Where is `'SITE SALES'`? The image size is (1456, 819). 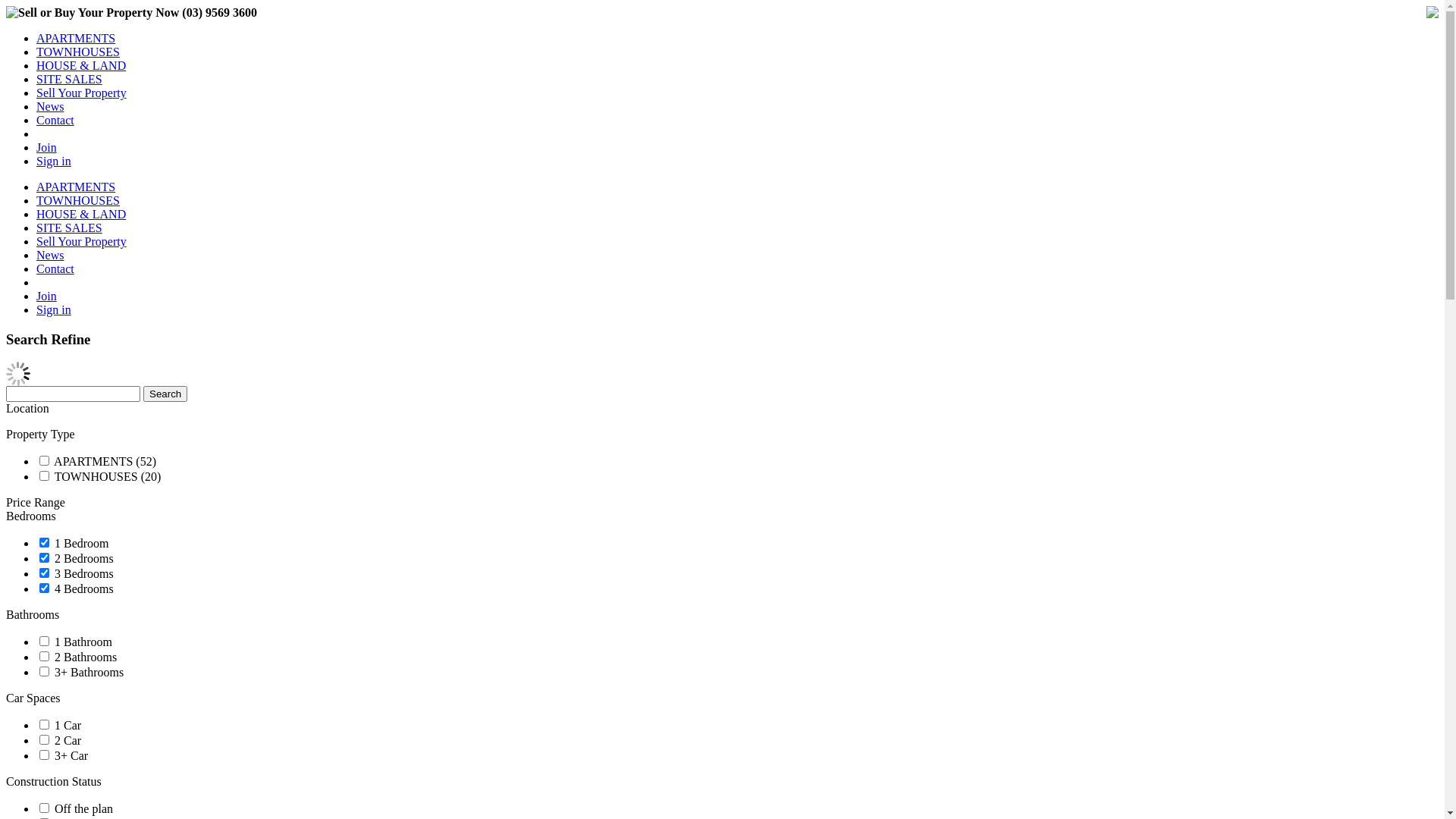
'SITE SALES' is located at coordinates (68, 227).